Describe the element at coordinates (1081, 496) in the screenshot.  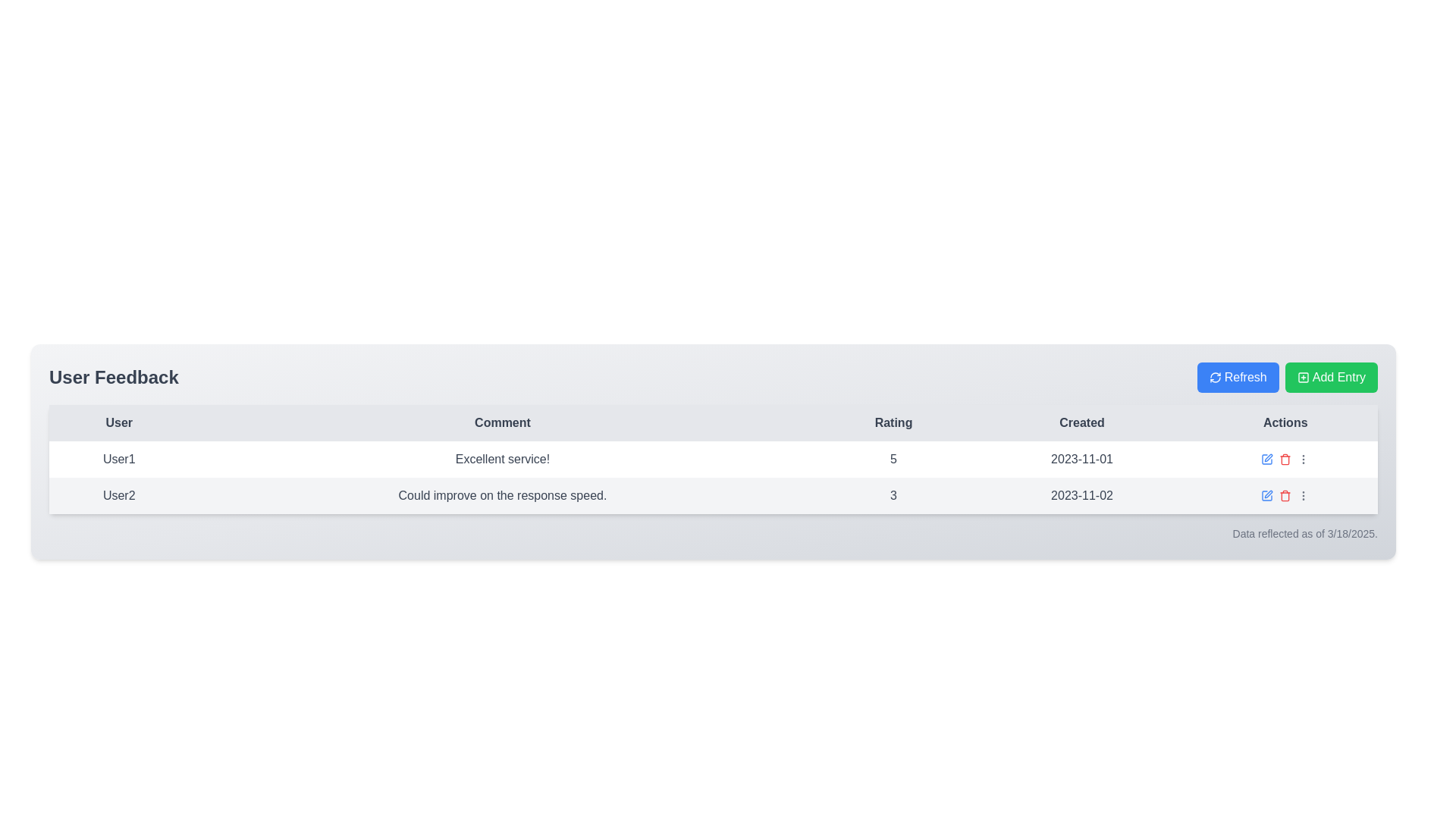
I see `the static text displaying '2023-11-02' located in the 'Created' column of the second row in the user feedback table for user 'User2'` at that location.